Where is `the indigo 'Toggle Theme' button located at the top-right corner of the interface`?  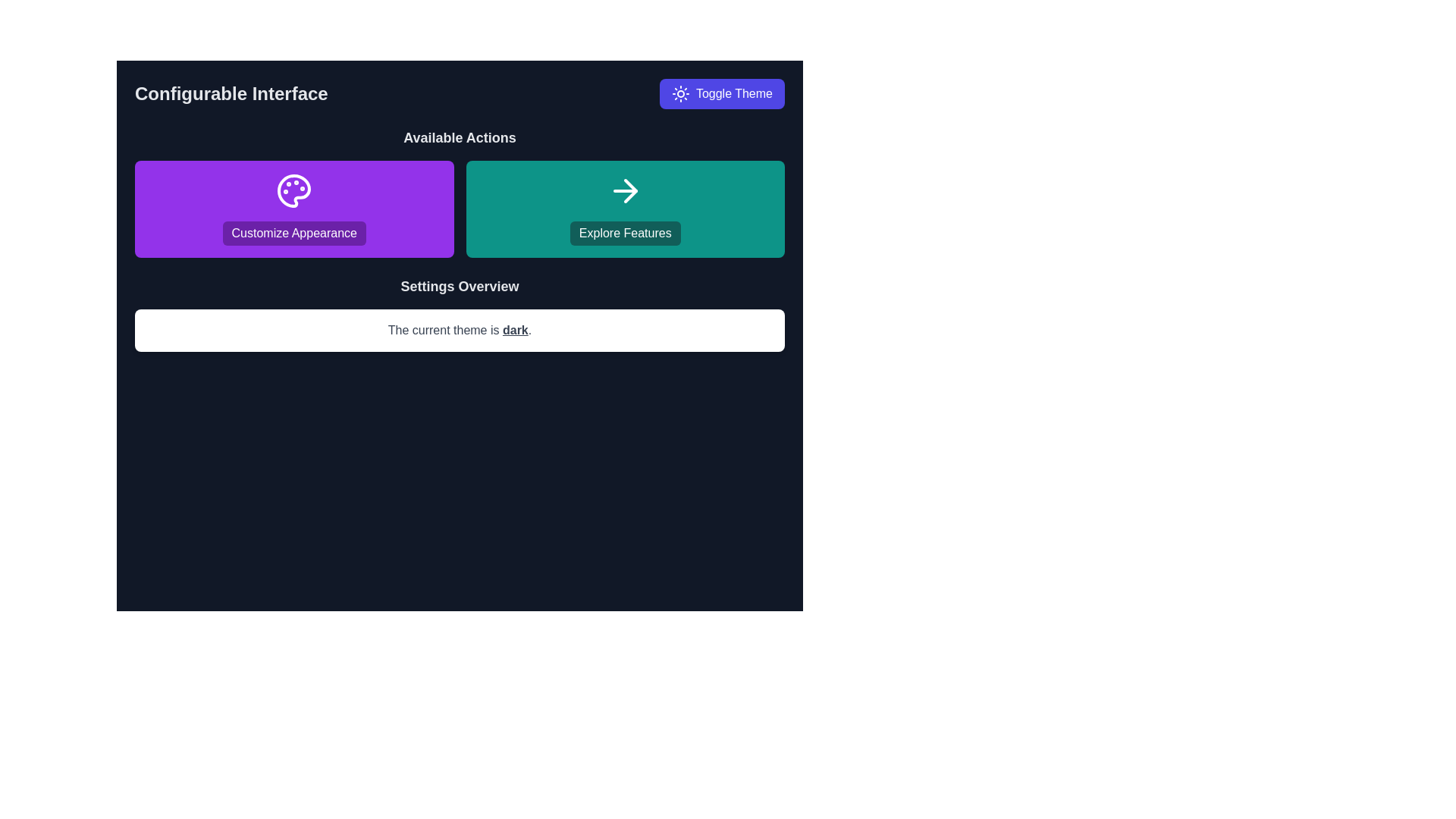
the indigo 'Toggle Theme' button located at the top-right corner of the interface is located at coordinates (720, 93).